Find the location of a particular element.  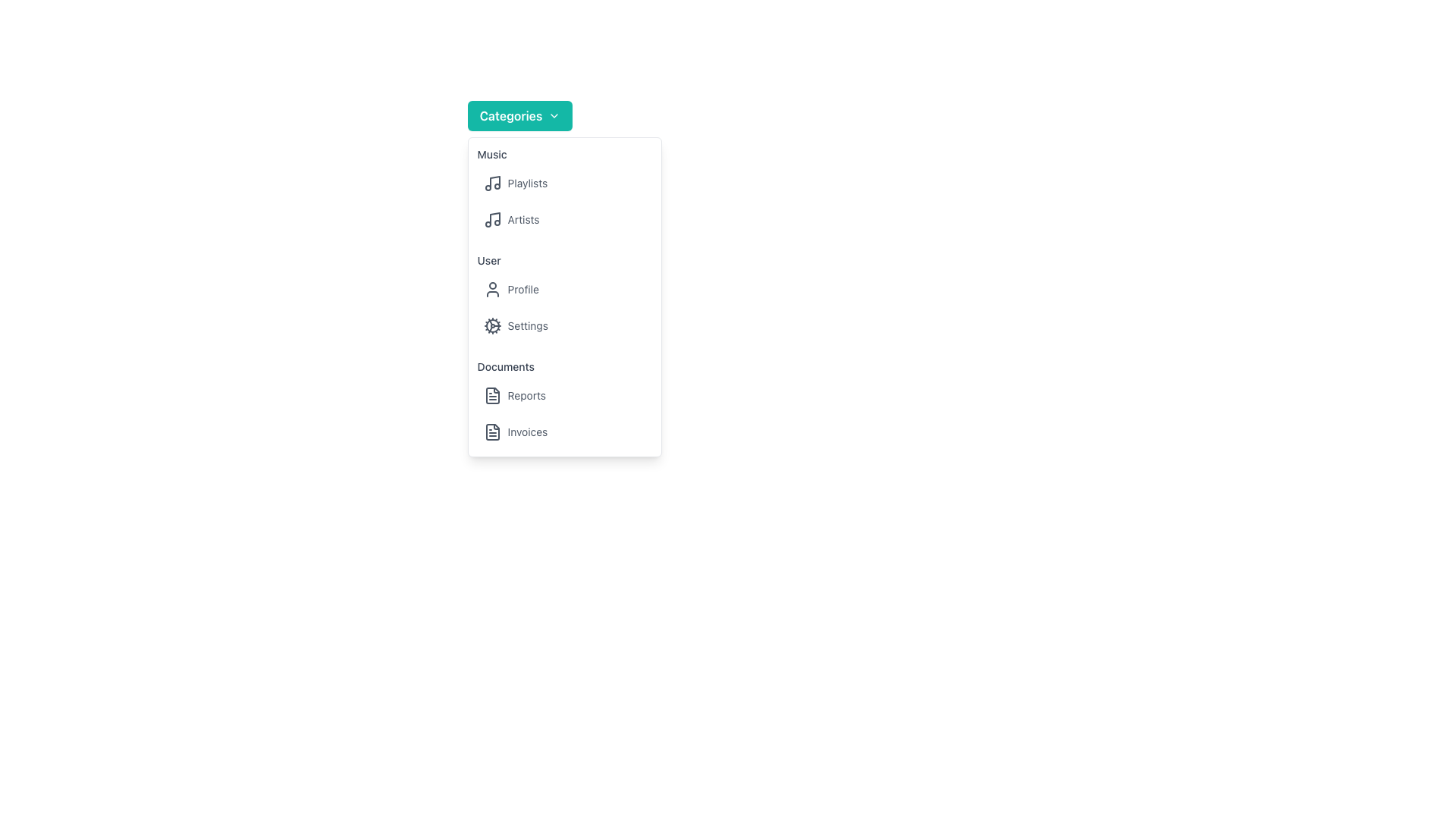

the 'Artists' button in the sidebar menu is located at coordinates (563, 219).